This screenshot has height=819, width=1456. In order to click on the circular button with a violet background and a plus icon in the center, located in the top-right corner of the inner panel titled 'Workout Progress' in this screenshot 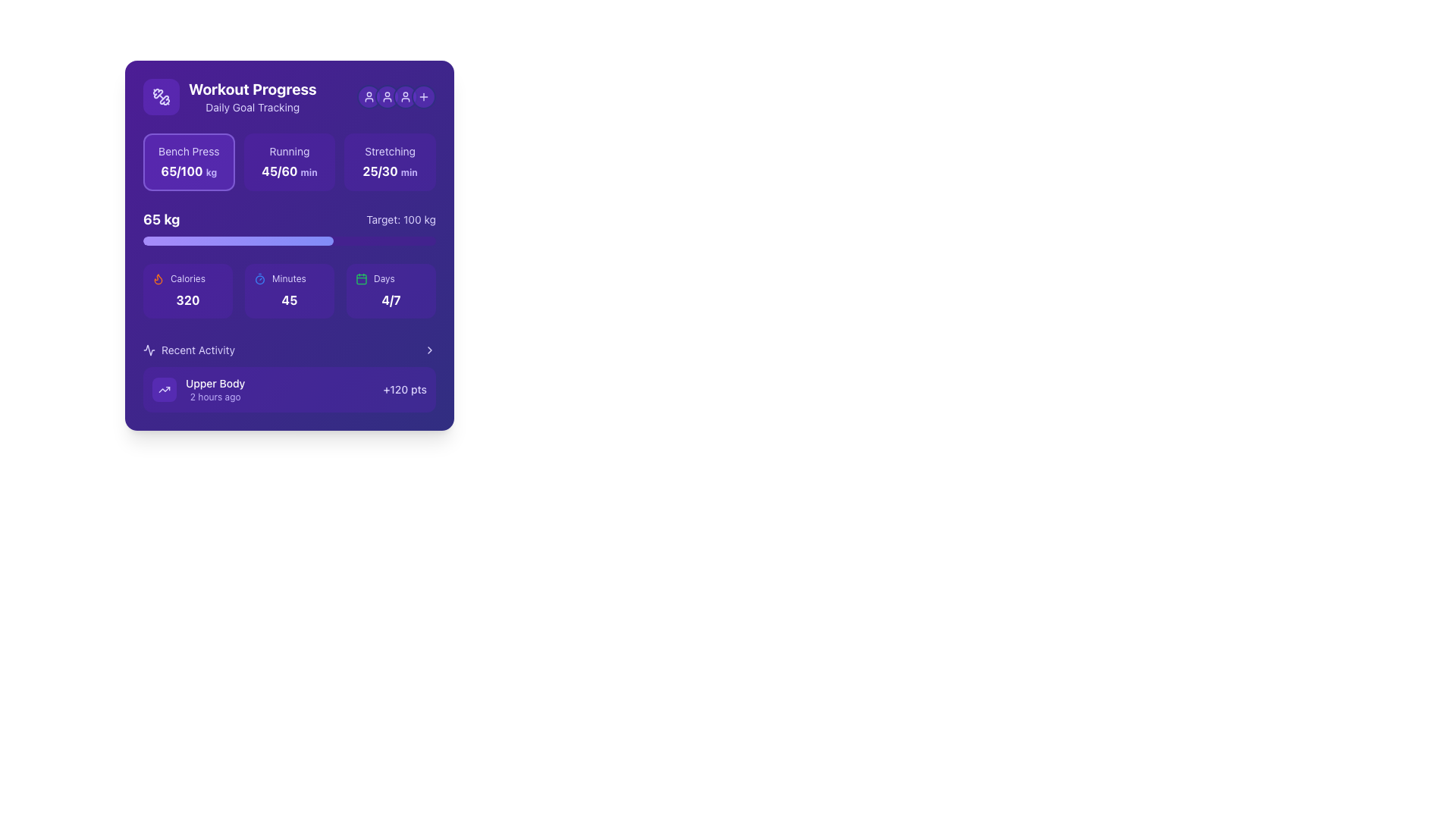, I will do `click(423, 96)`.